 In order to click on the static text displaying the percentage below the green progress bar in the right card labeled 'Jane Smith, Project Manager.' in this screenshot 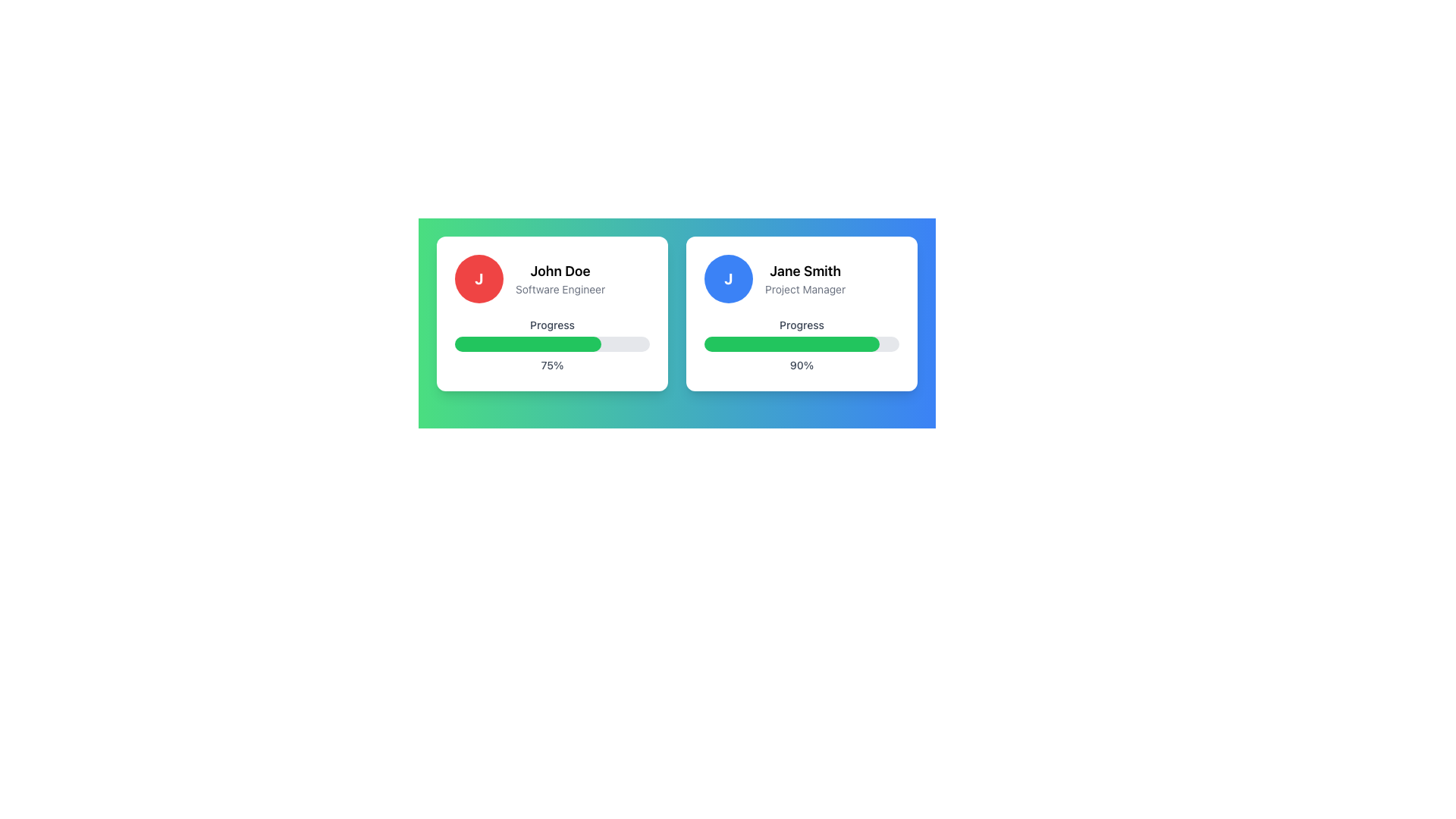, I will do `click(801, 366)`.